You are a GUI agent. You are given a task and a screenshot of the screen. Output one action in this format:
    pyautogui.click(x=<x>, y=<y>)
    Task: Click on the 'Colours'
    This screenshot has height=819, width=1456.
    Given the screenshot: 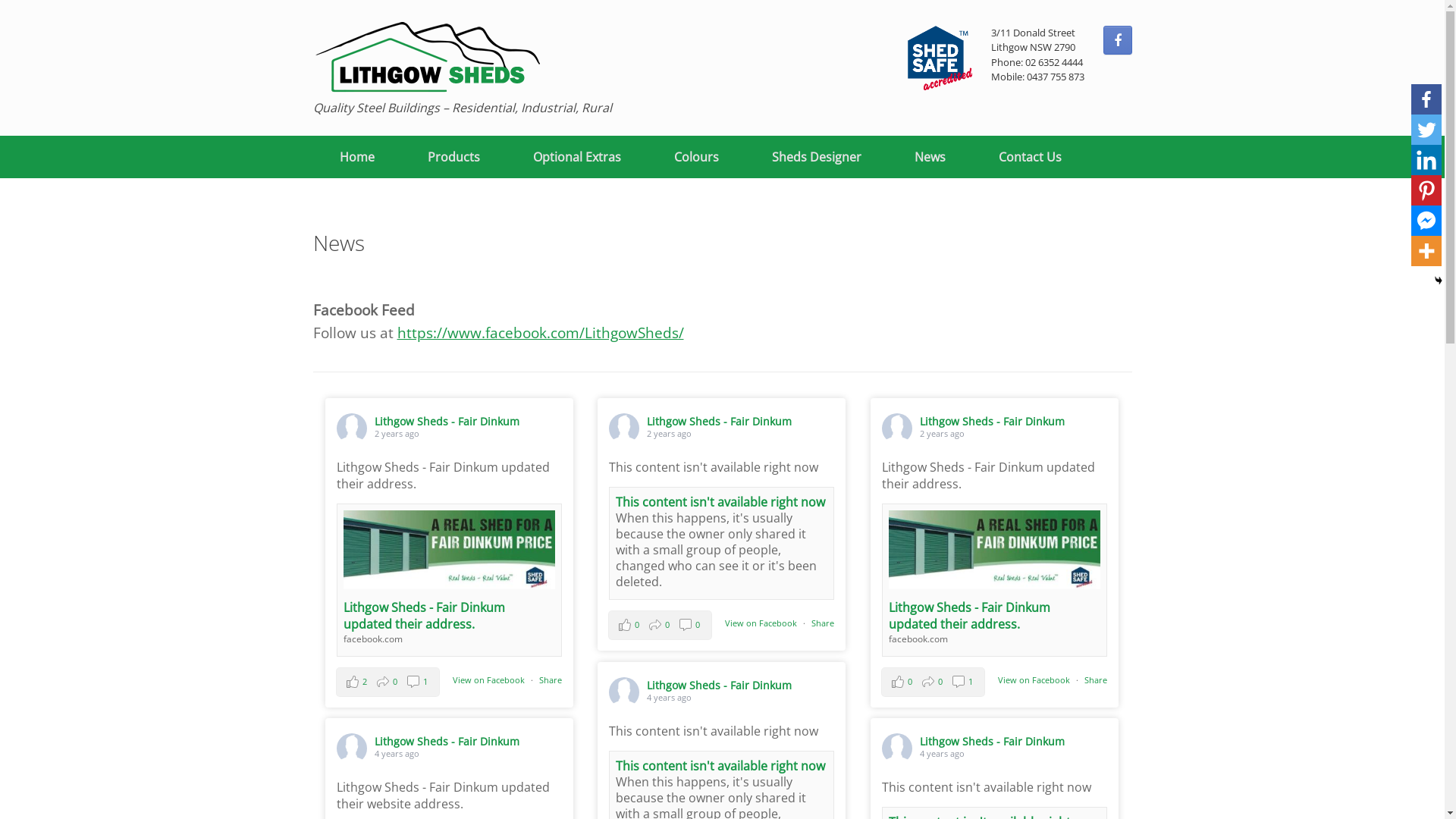 What is the action you would take?
    pyautogui.click(x=695, y=157)
    